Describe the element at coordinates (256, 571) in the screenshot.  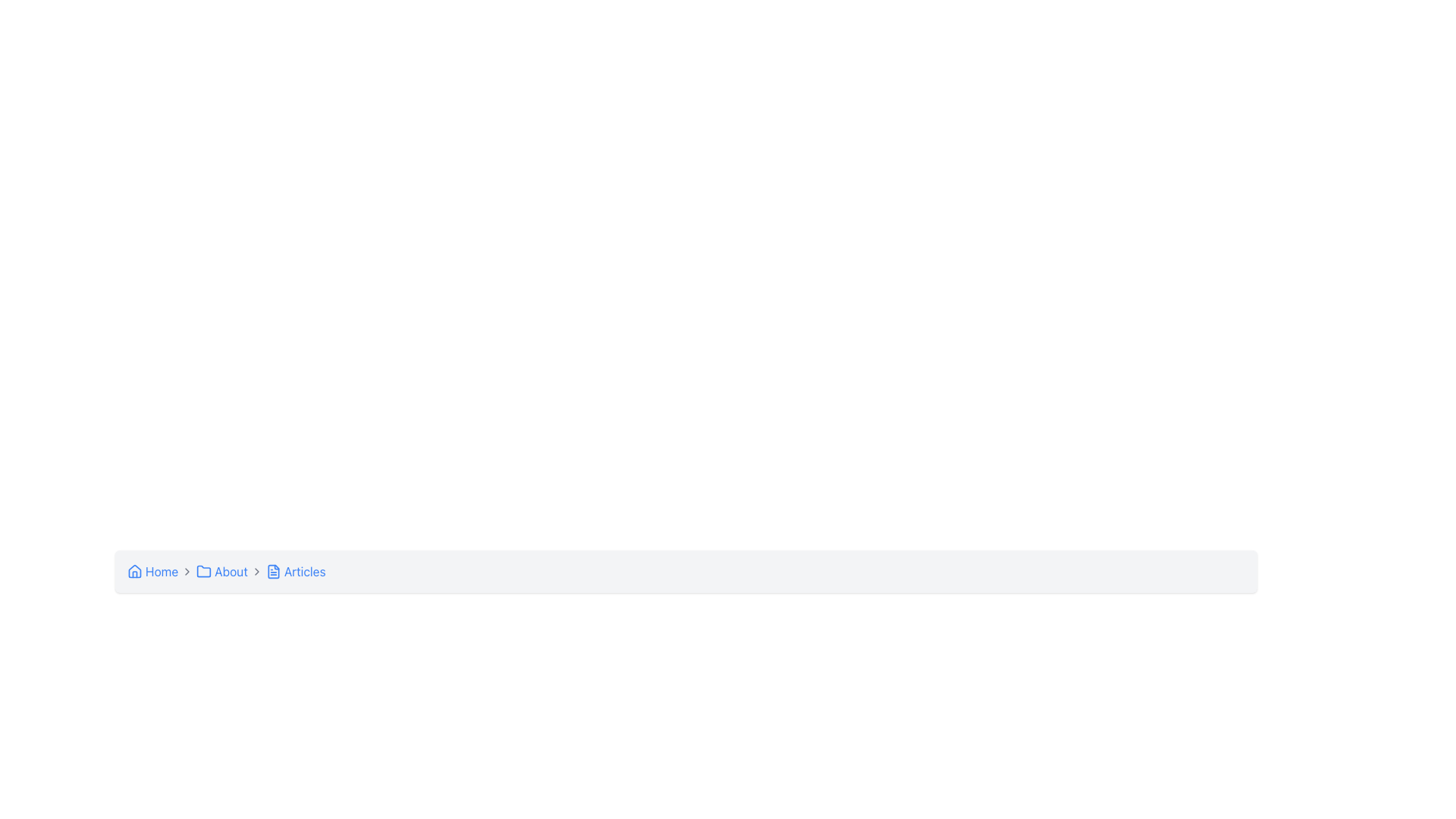
I see `the third chevron icon in the breadcrumb navigation bar, which separates the 'About' and 'Articles' links` at that location.